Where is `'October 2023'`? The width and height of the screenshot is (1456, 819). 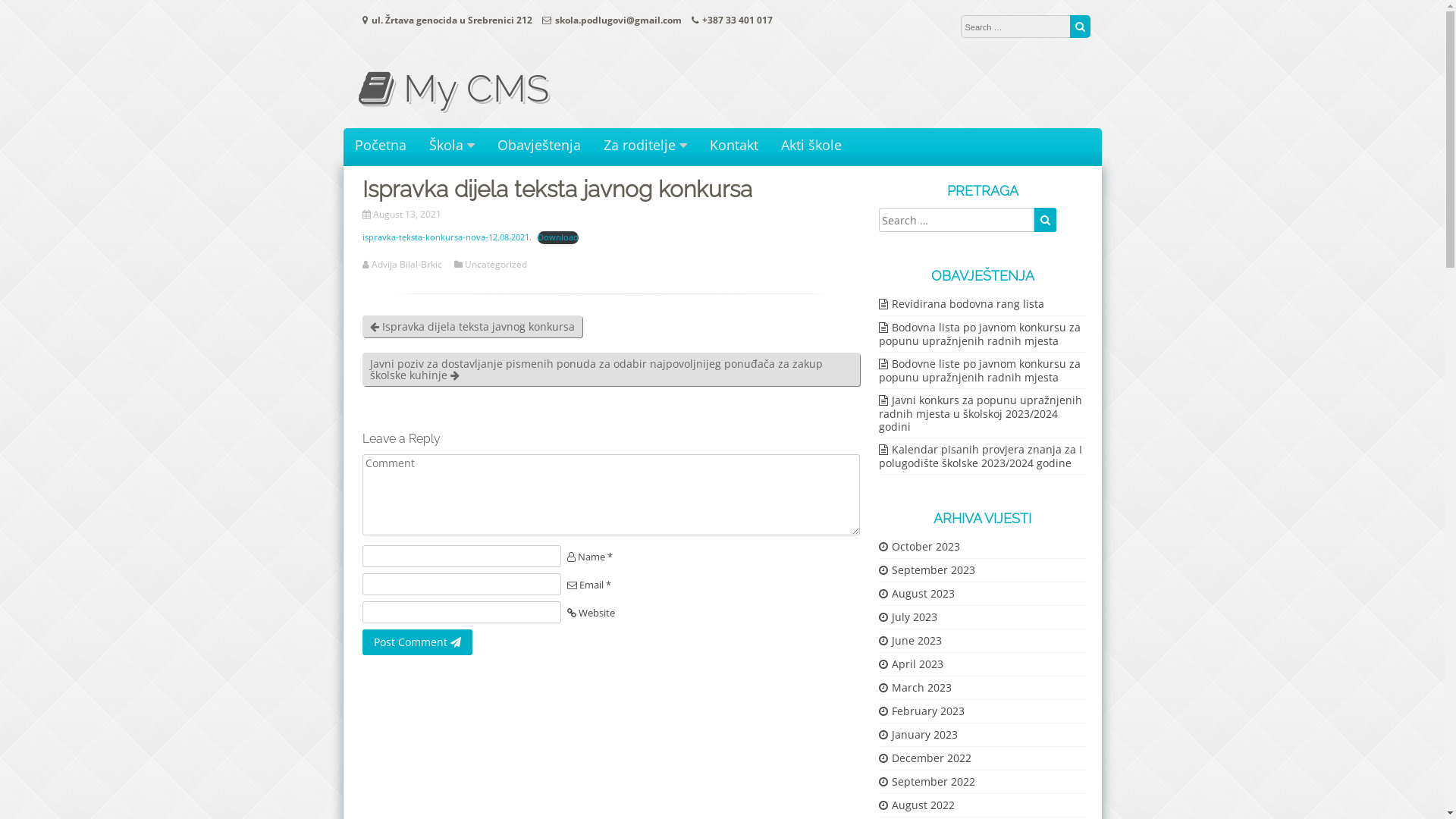 'October 2023' is located at coordinates (918, 546).